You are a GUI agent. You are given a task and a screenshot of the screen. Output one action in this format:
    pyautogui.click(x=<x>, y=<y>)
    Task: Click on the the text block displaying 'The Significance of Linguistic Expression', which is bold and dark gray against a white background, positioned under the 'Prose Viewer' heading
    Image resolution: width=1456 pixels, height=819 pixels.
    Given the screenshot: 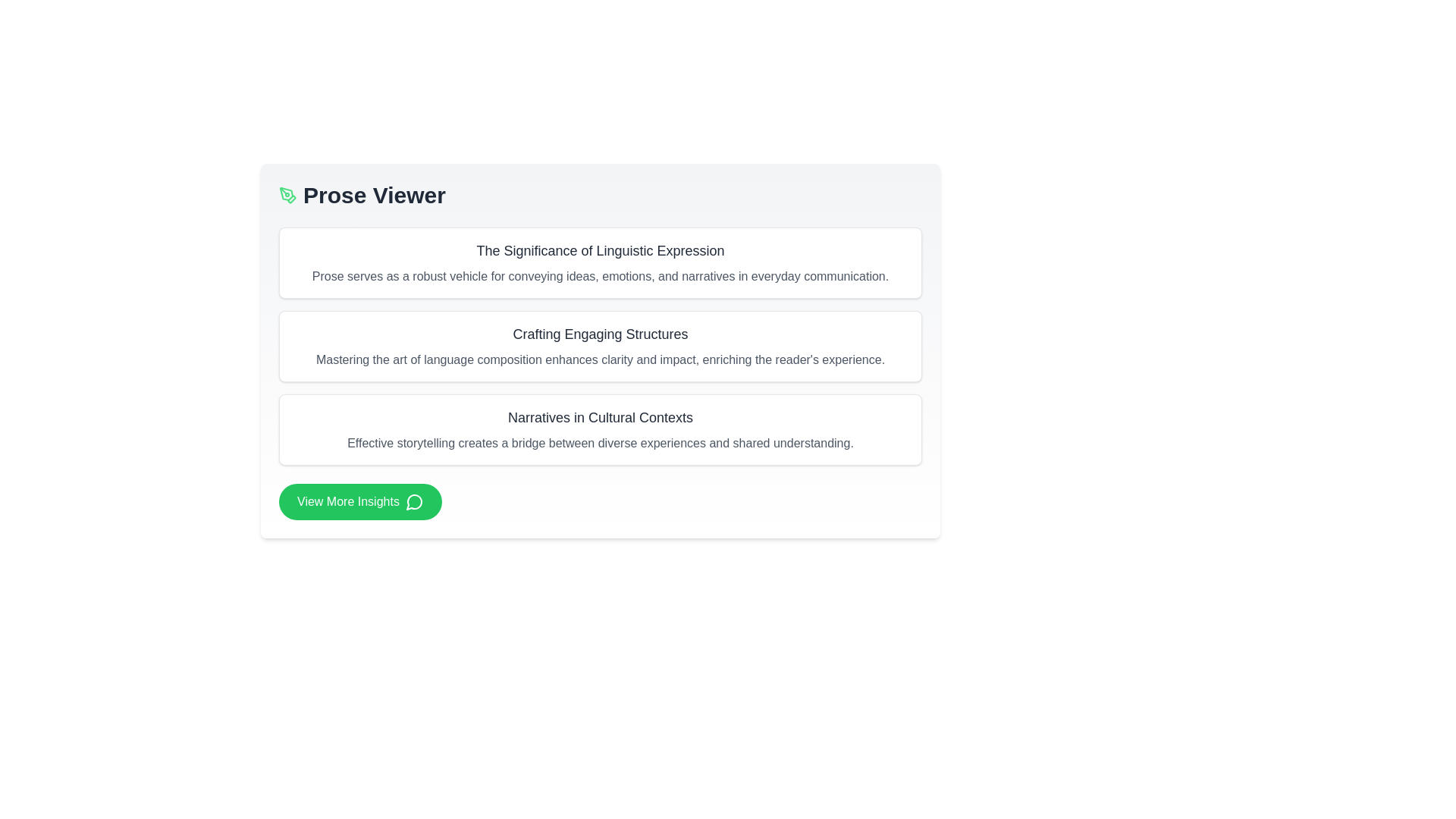 What is the action you would take?
    pyautogui.click(x=600, y=250)
    